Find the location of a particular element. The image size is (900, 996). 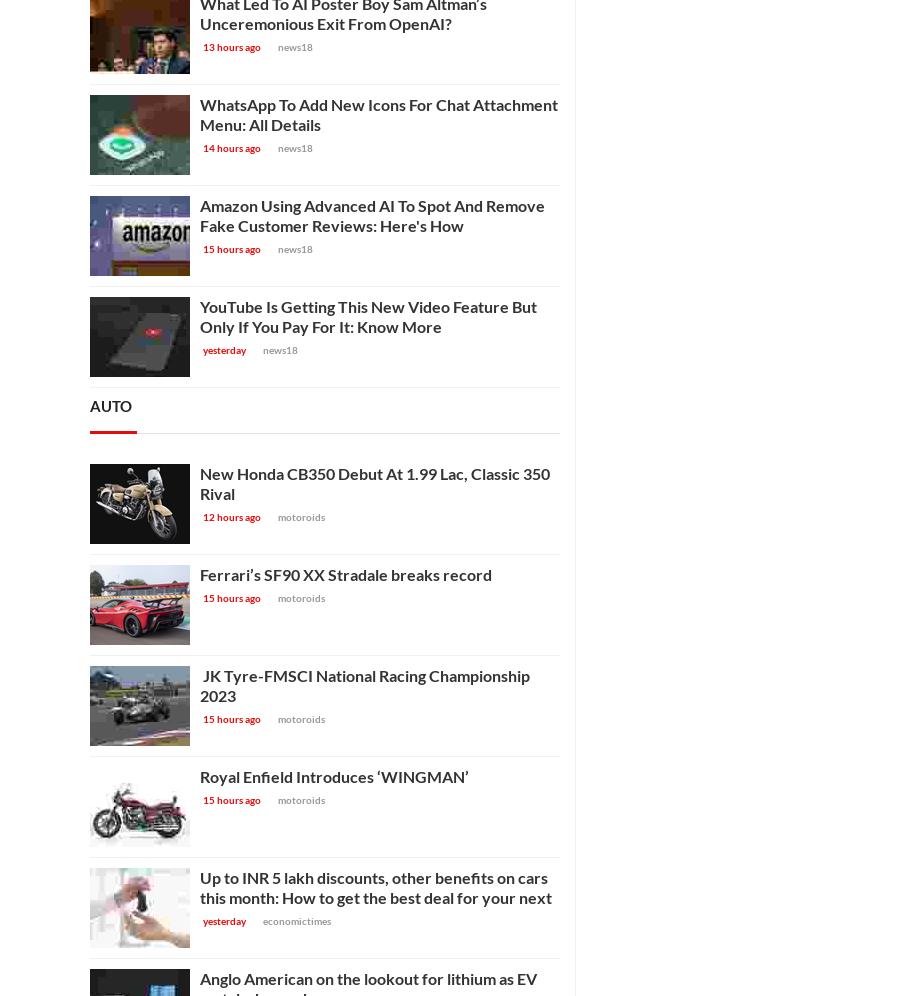

'JK Tyre-FMSCI National Racing Championship 2023' is located at coordinates (199, 684).